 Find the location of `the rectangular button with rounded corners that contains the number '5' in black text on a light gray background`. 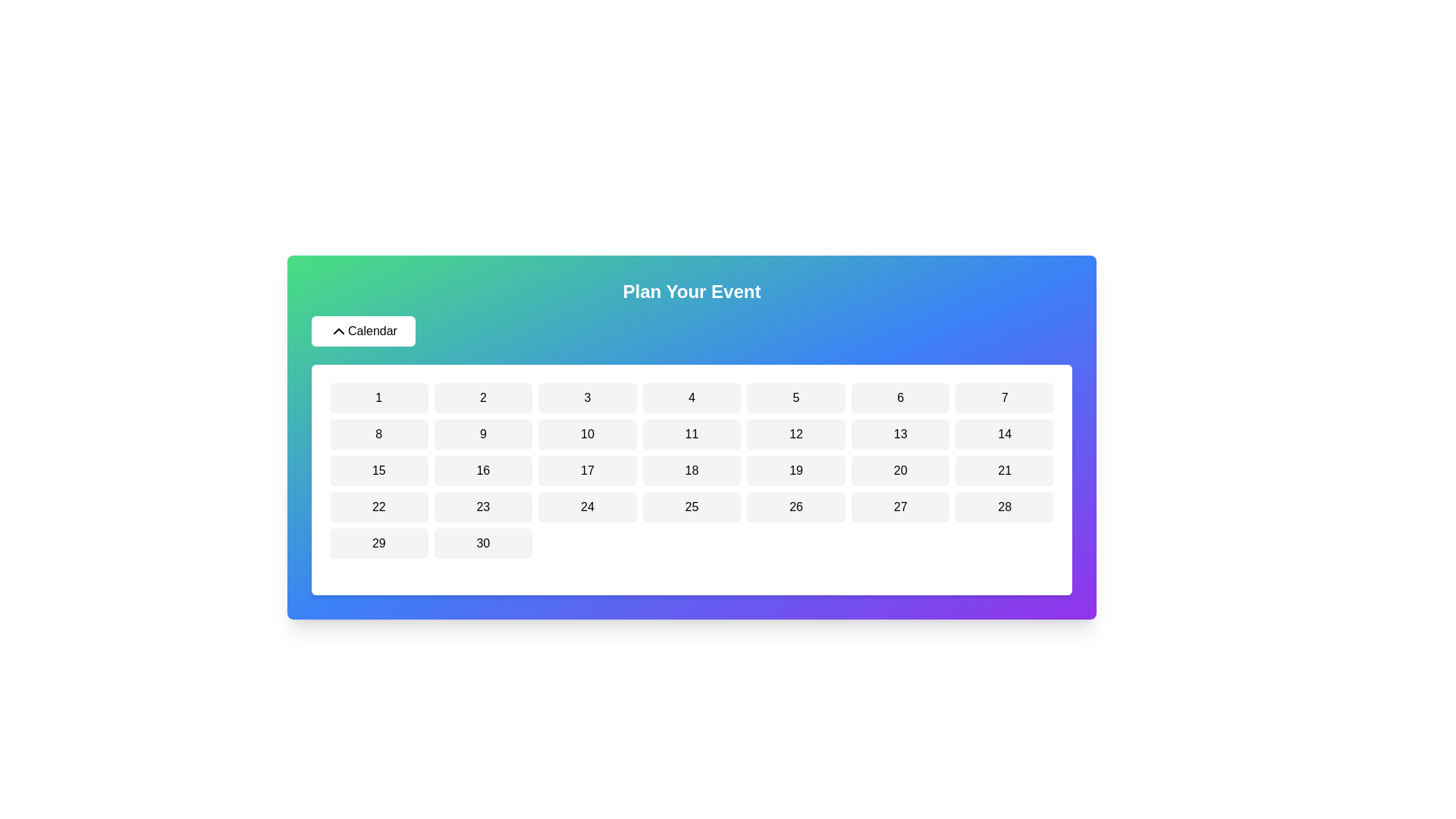

the rectangular button with rounded corners that contains the number '5' in black text on a light gray background is located at coordinates (795, 397).